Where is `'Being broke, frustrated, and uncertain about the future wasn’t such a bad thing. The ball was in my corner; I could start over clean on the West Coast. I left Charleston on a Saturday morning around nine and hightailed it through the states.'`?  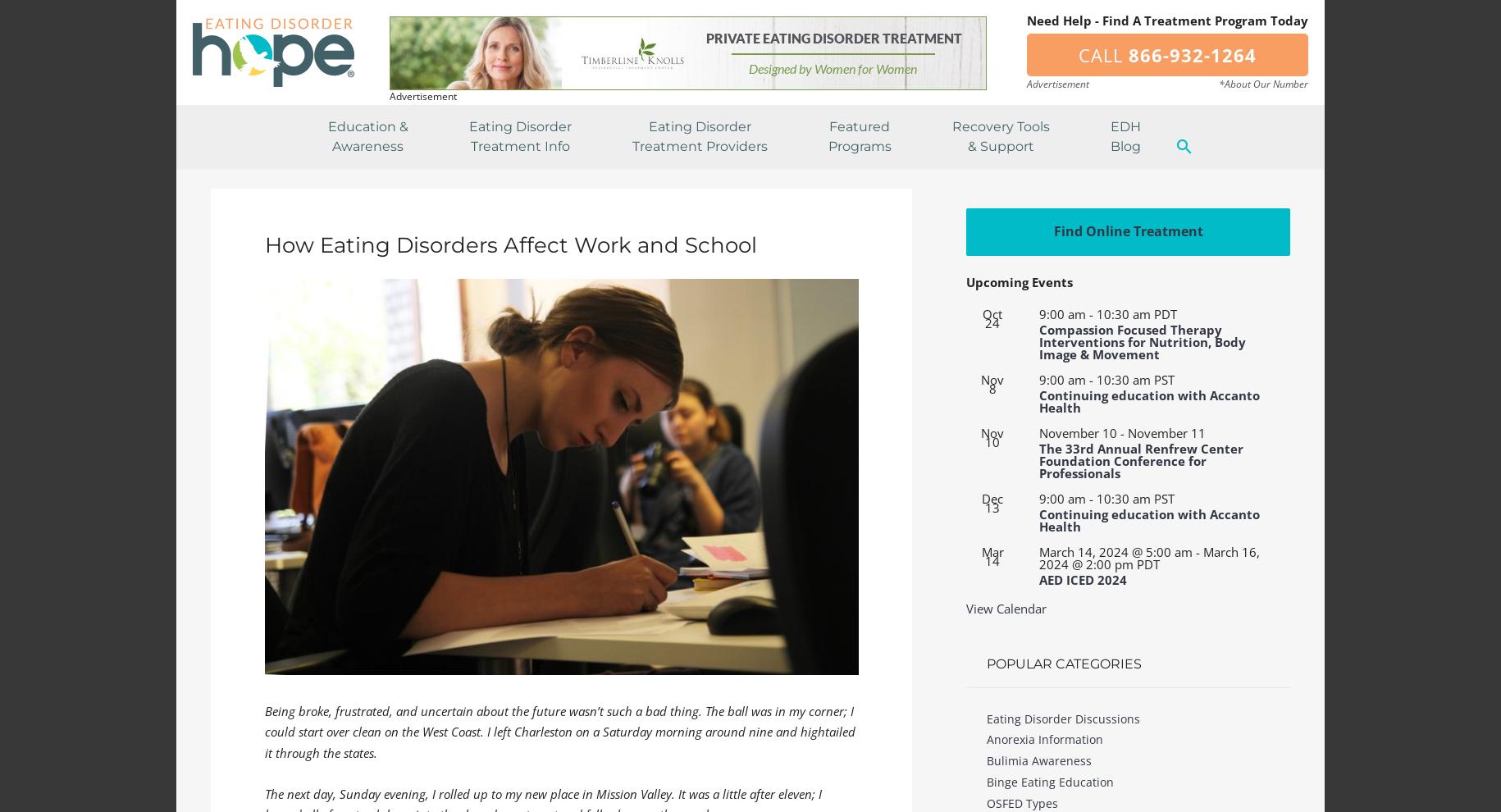 'Being broke, frustrated, and uncertain about the future wasn’t such a bad thing. The ball was in my corner; I could start over clean on the West Coast. I left Charleston on a Saturday morning around nine and hightailed it through the states.' is located at coordinates (559, 731).